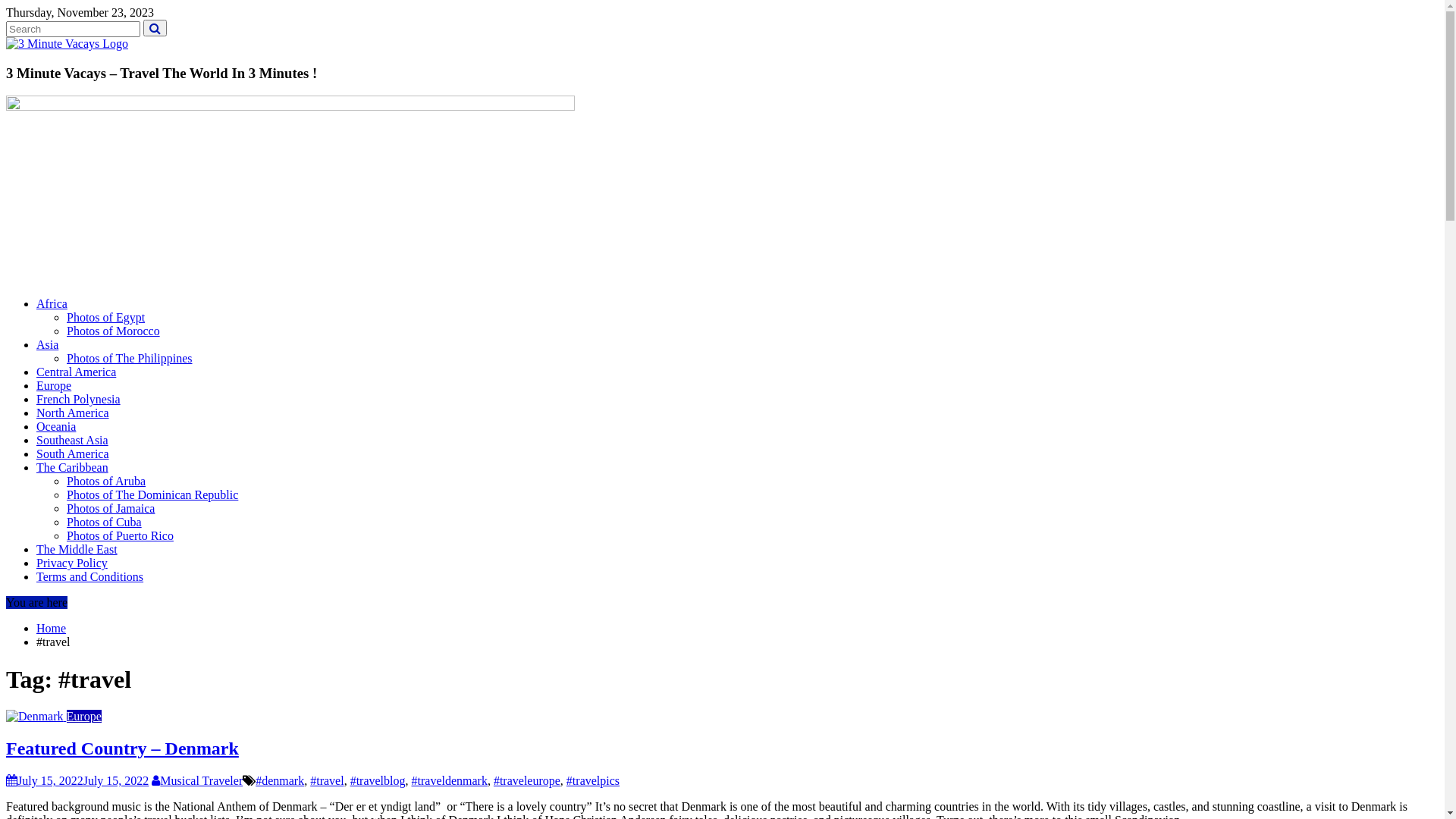  What do you see at coordinates (103, 521) in the screenshot?
I see `'Photos of Cuba'` at bounding box center [103, 521].